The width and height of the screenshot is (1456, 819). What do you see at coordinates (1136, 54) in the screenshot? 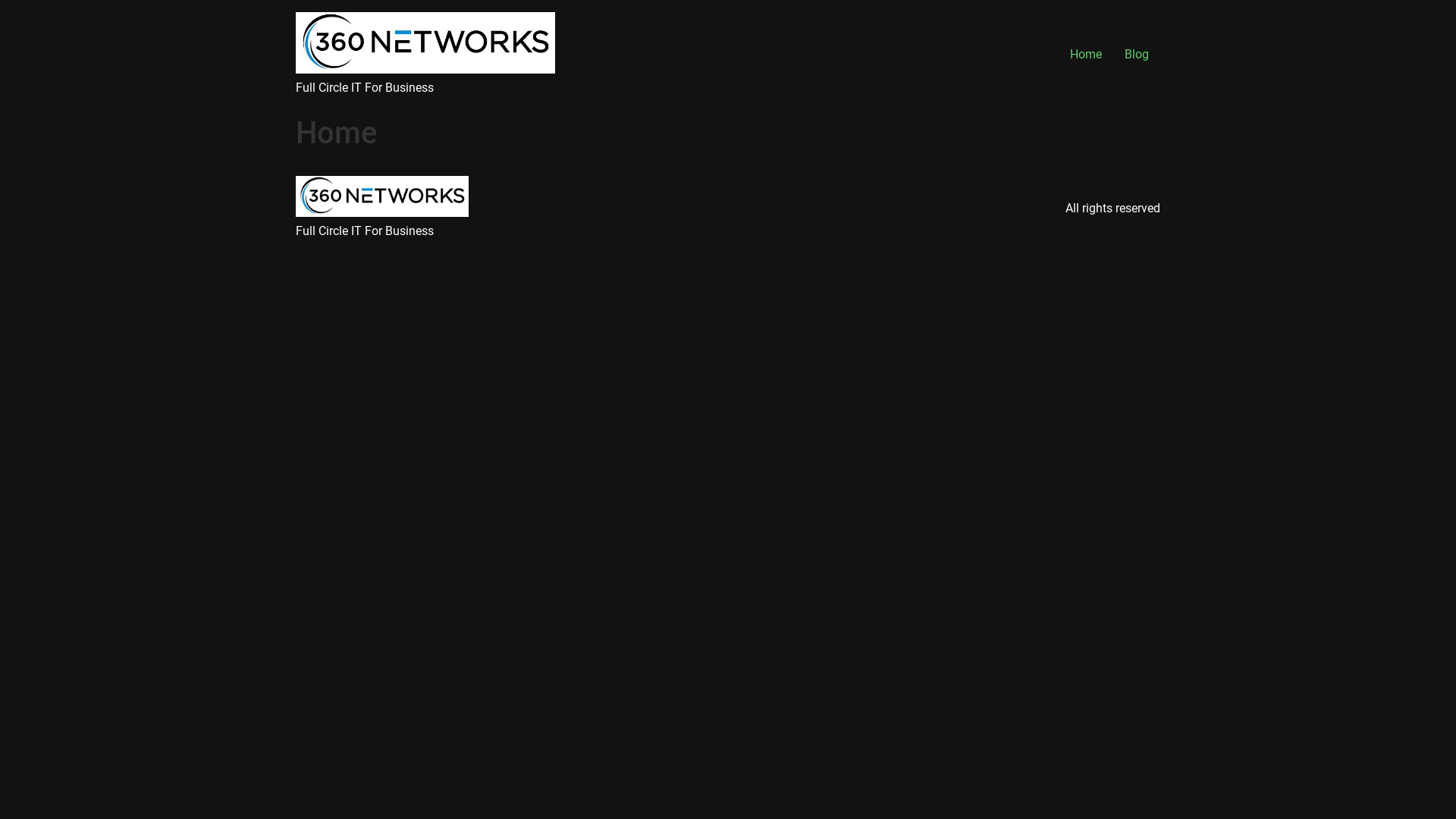
I see `'Blog'` at bounding box center [1136, 54].